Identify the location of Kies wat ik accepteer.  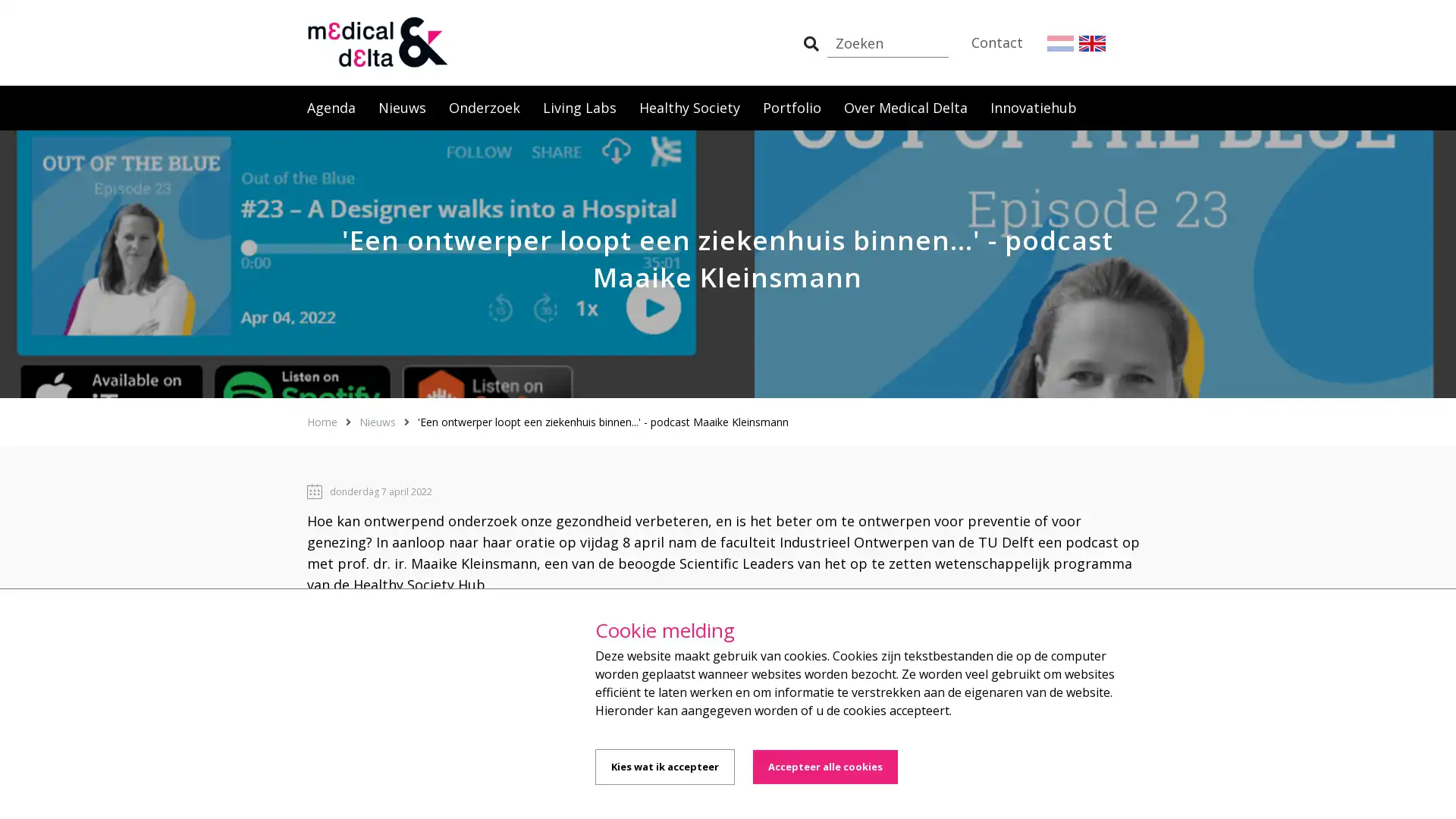
(665, 767).